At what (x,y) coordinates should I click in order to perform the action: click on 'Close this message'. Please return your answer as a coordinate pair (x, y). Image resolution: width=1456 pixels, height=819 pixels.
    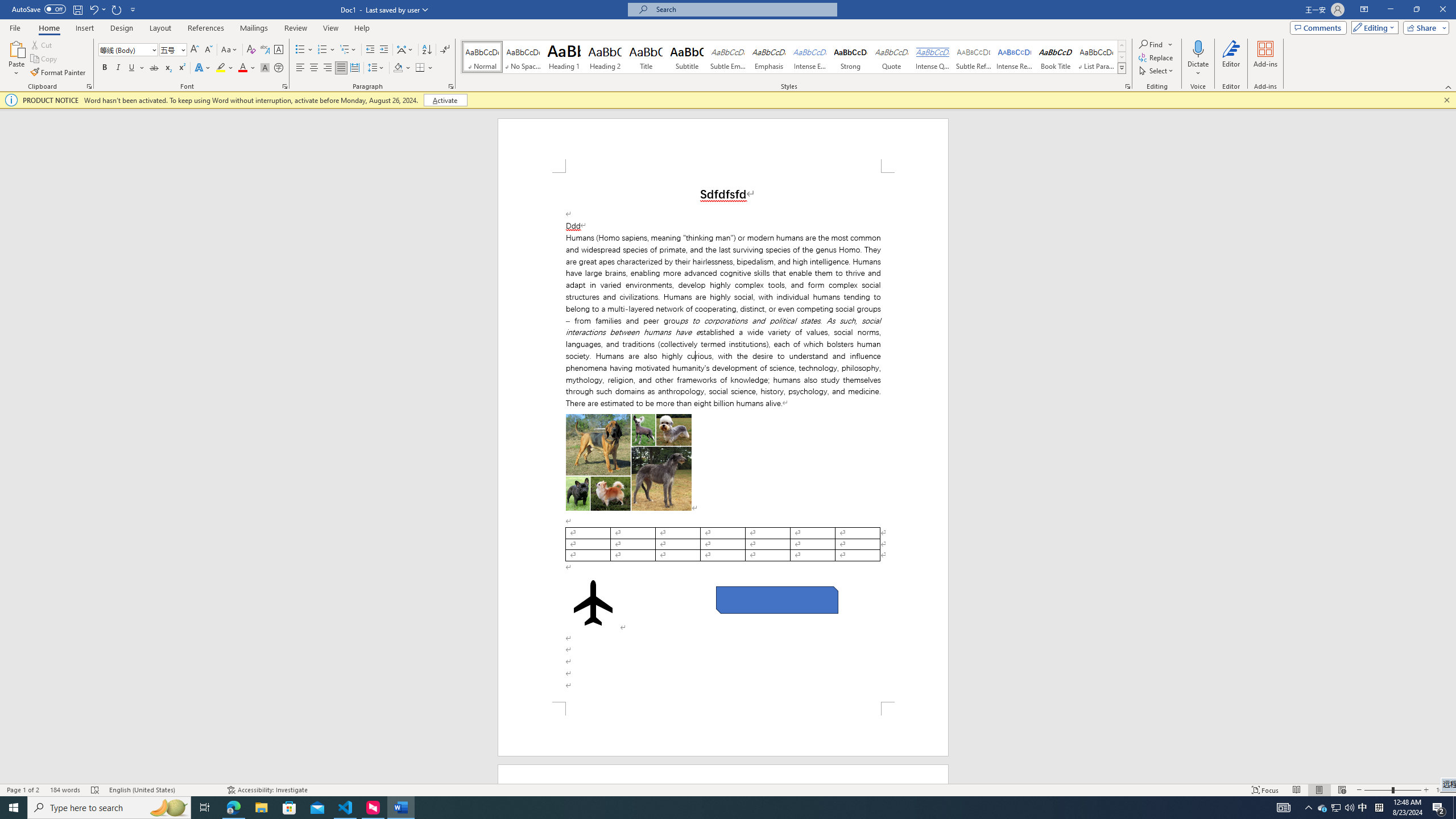
    Looking at the image, I should click on (1446, 100).